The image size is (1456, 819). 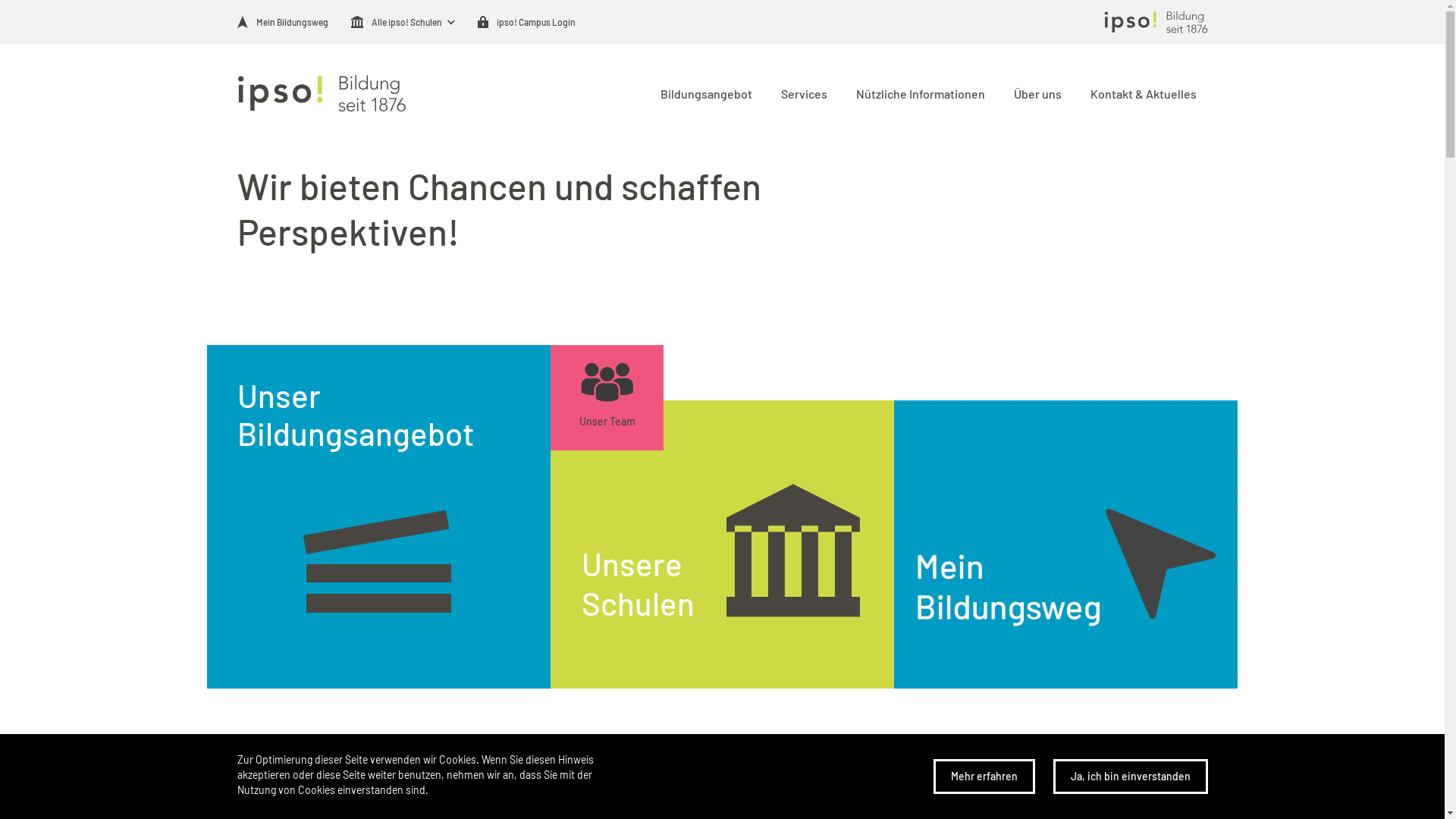 I want to click on 'Unsere, so click(x=721, y=544).